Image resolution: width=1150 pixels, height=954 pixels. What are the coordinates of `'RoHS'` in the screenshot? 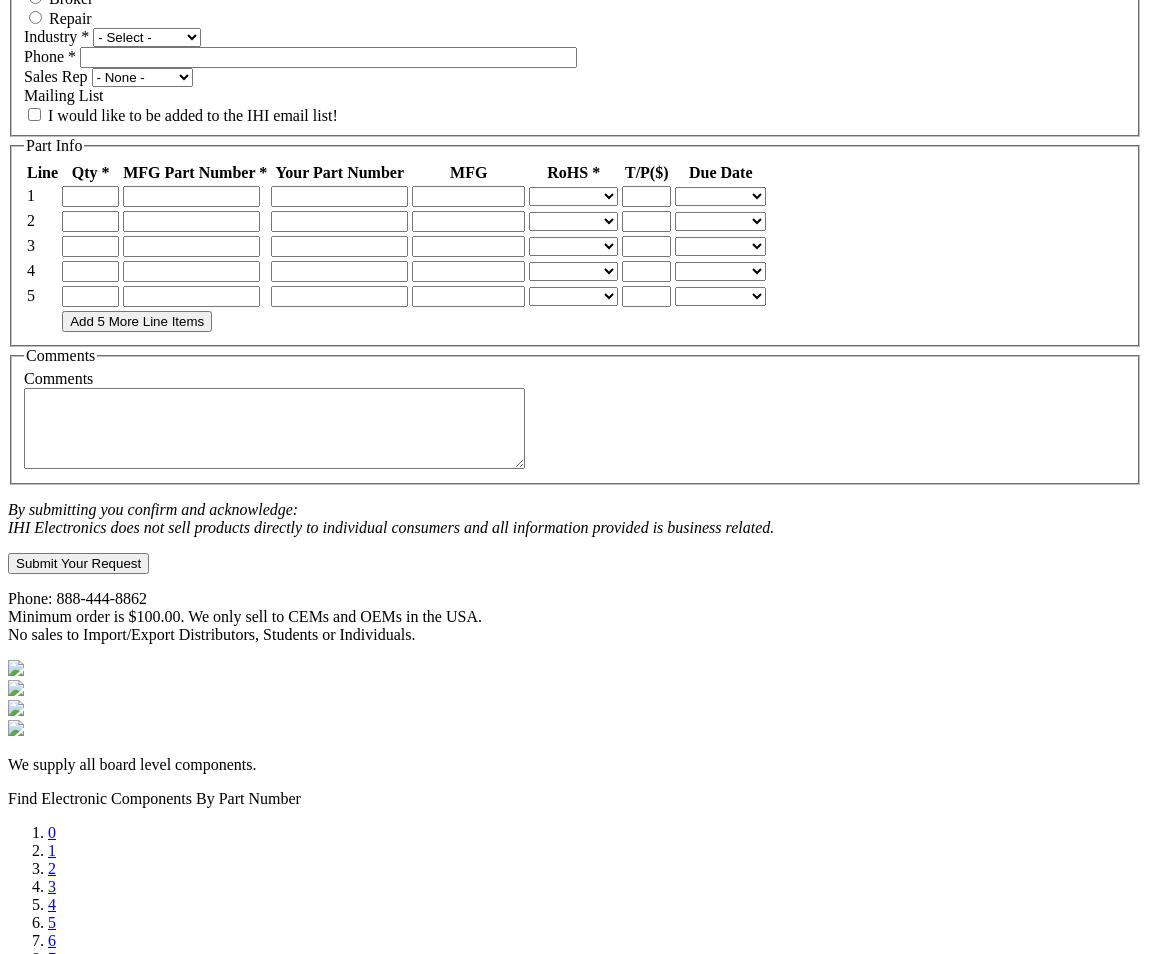 It's located at (569, 170).